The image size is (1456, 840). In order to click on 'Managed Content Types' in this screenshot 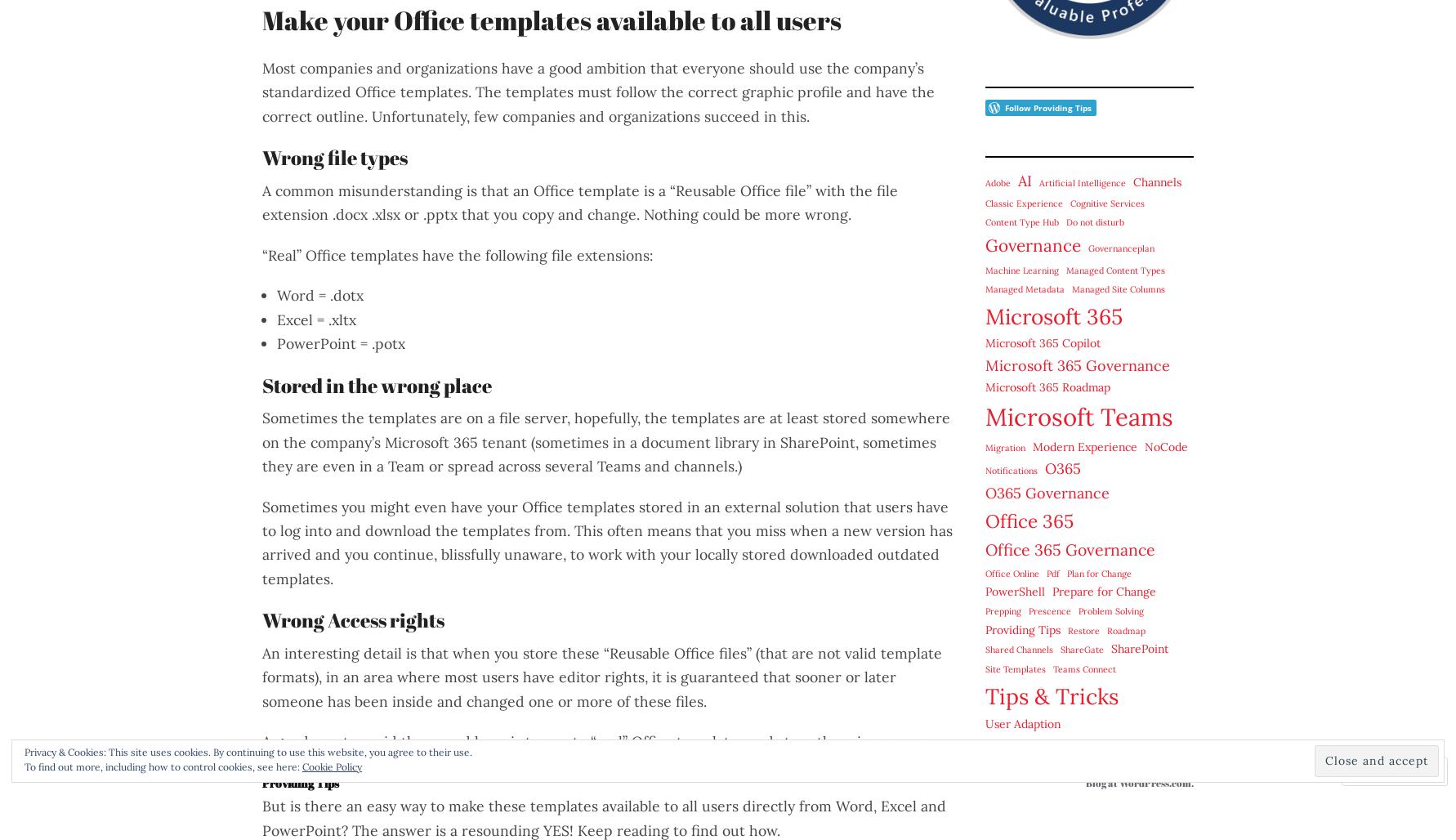, I will do `click(1114, 268)`.